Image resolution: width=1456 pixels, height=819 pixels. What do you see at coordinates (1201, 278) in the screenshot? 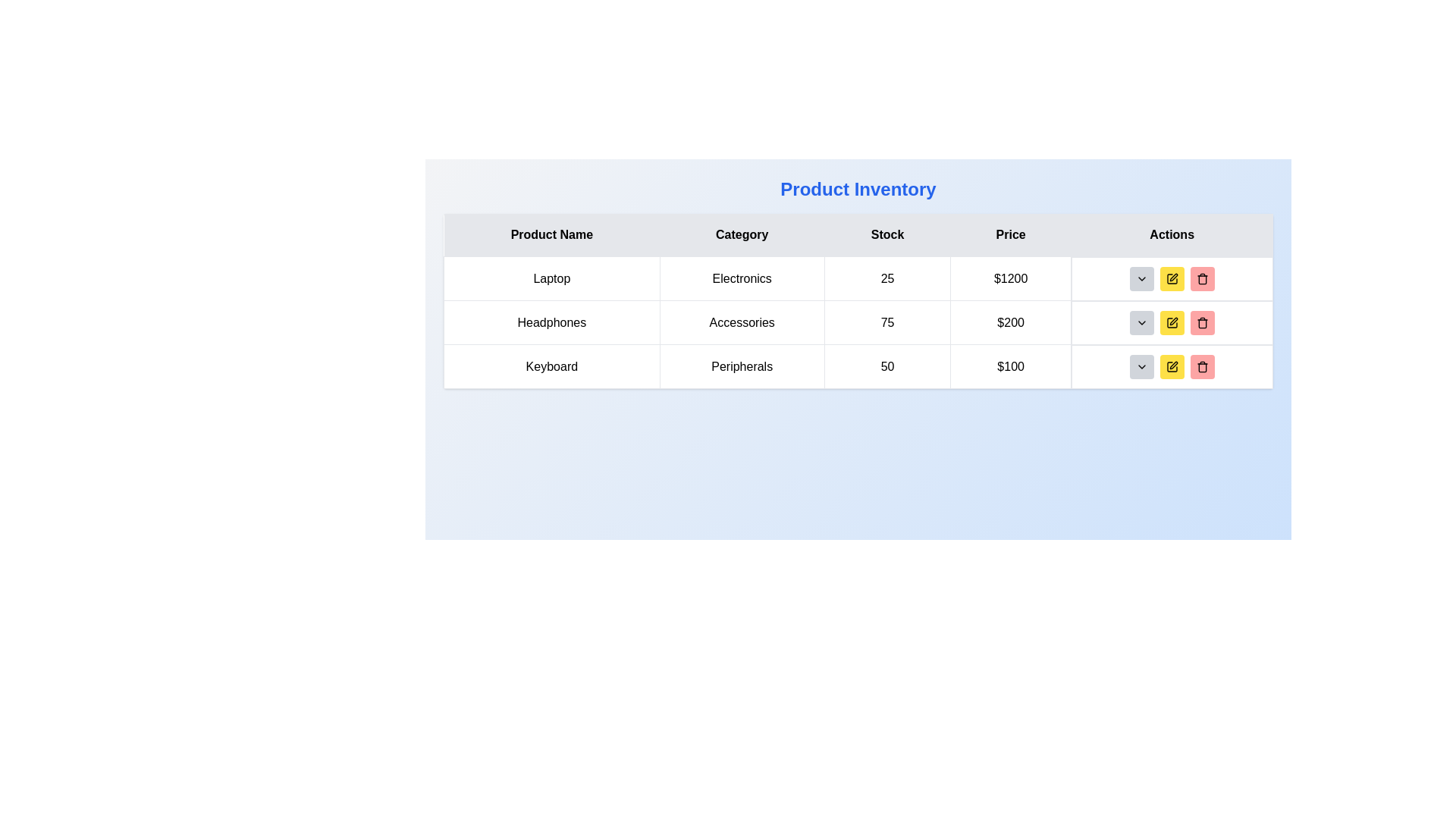
I see `the red button with a trash can icon located in the last column of the first row under the 'Actions' heading` at bounding box center [1201, 278].